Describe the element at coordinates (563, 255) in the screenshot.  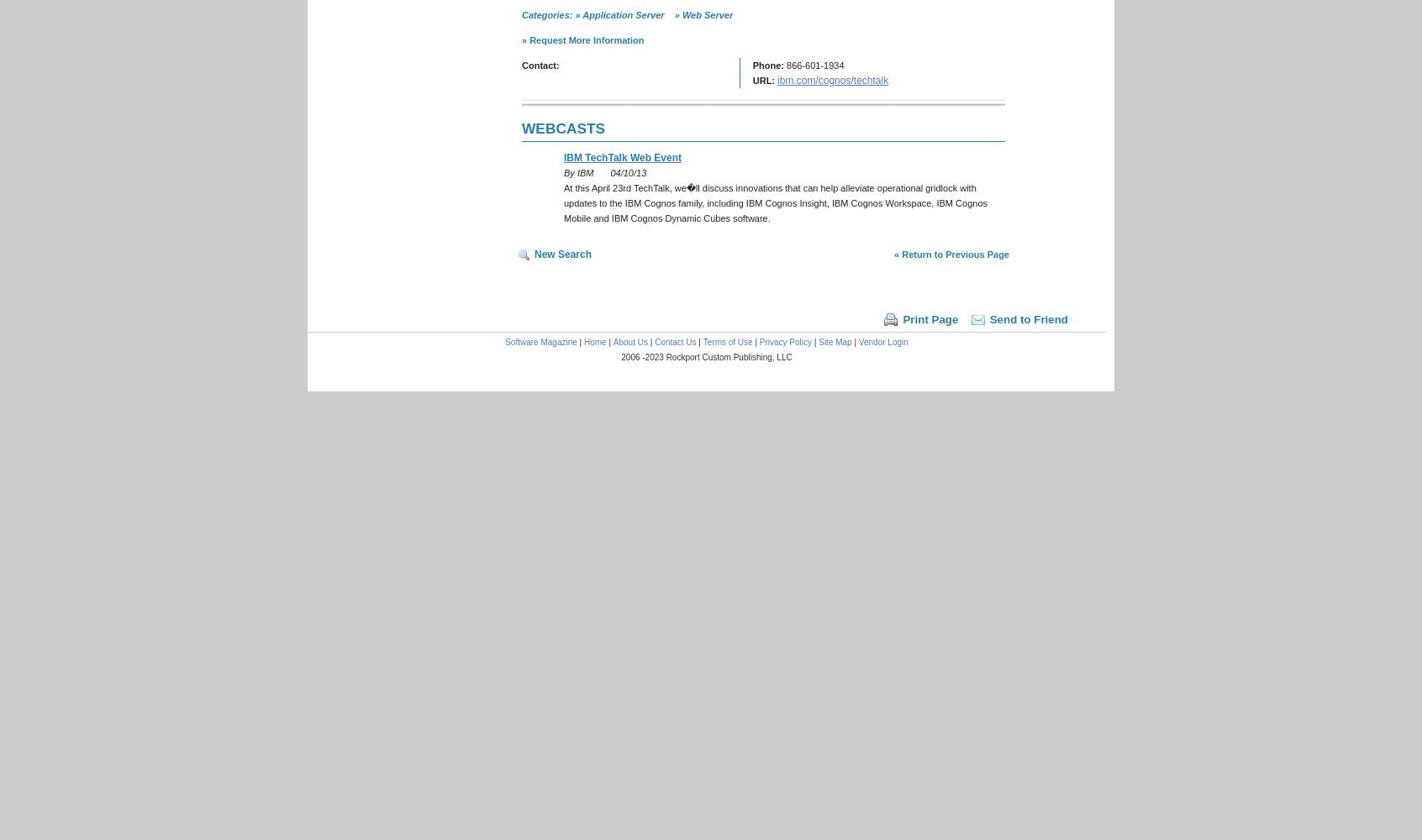
I see `'New Search'` at that location.